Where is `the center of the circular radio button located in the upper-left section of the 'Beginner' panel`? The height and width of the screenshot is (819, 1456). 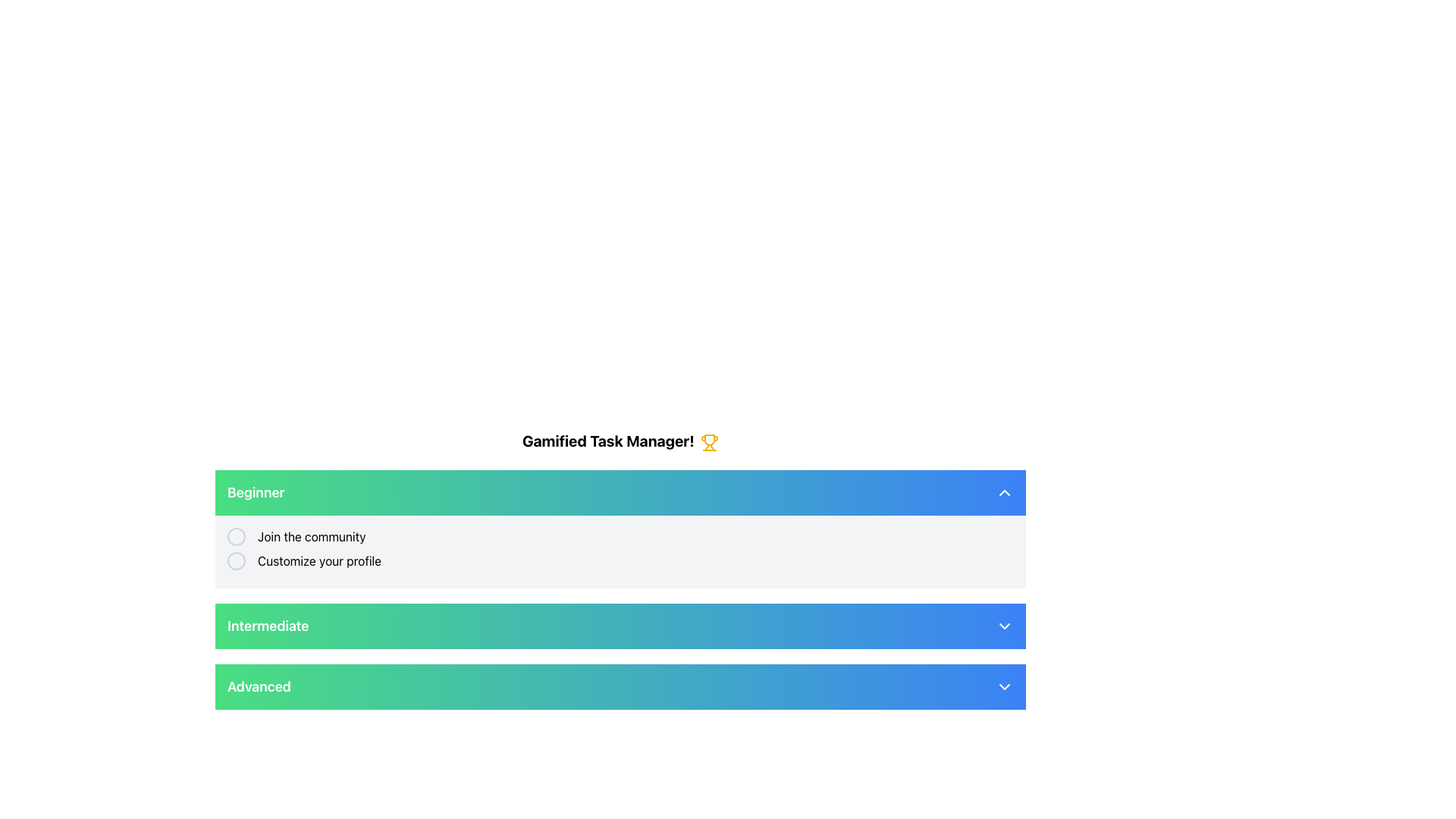 the center of the circular radio button located in the upper-left section of the 'Beginner' panel is located at coordinates (236, 536).